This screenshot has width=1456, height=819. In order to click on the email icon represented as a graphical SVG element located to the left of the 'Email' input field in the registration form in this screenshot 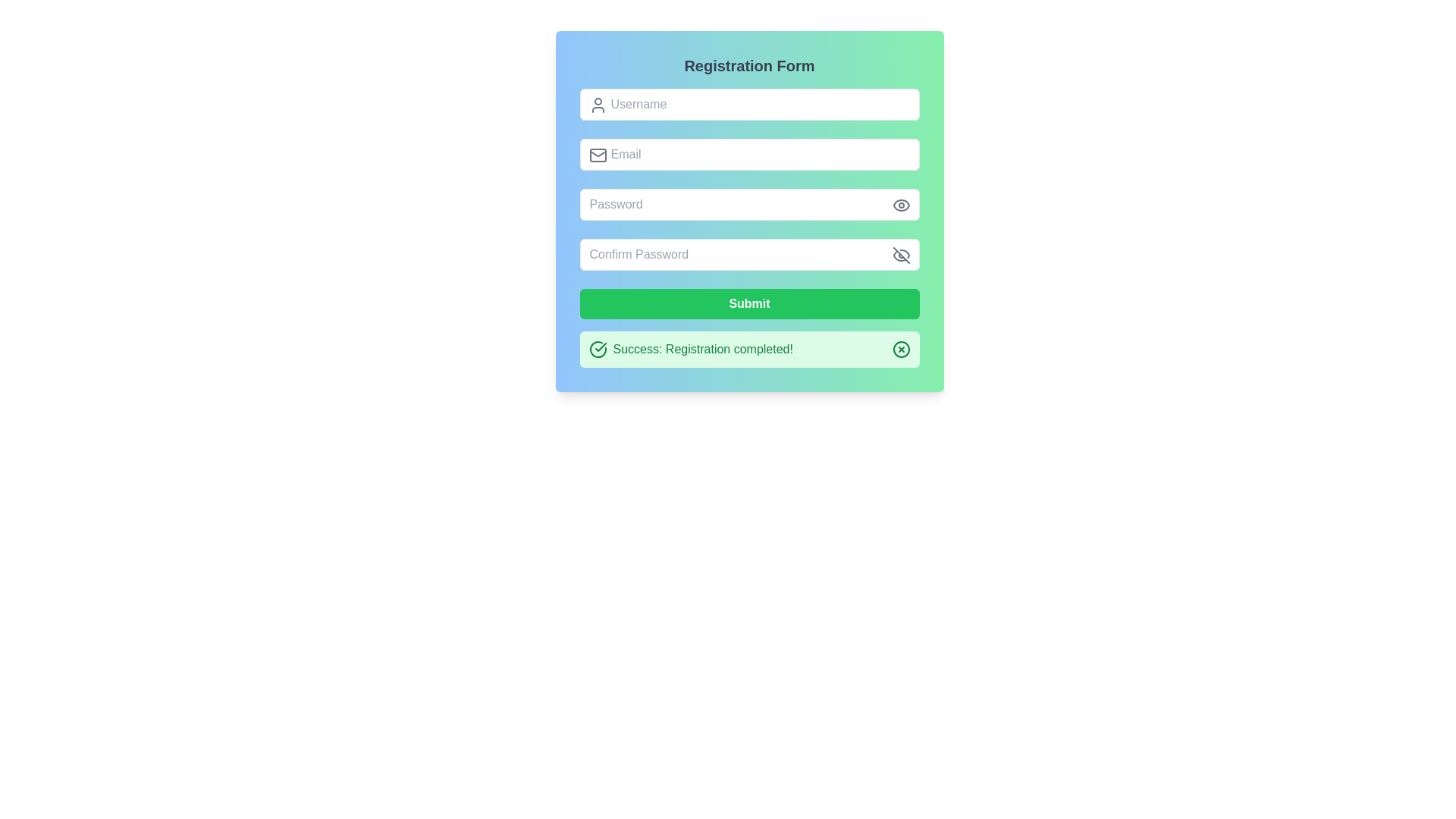, I will do `click(597, 155)`.